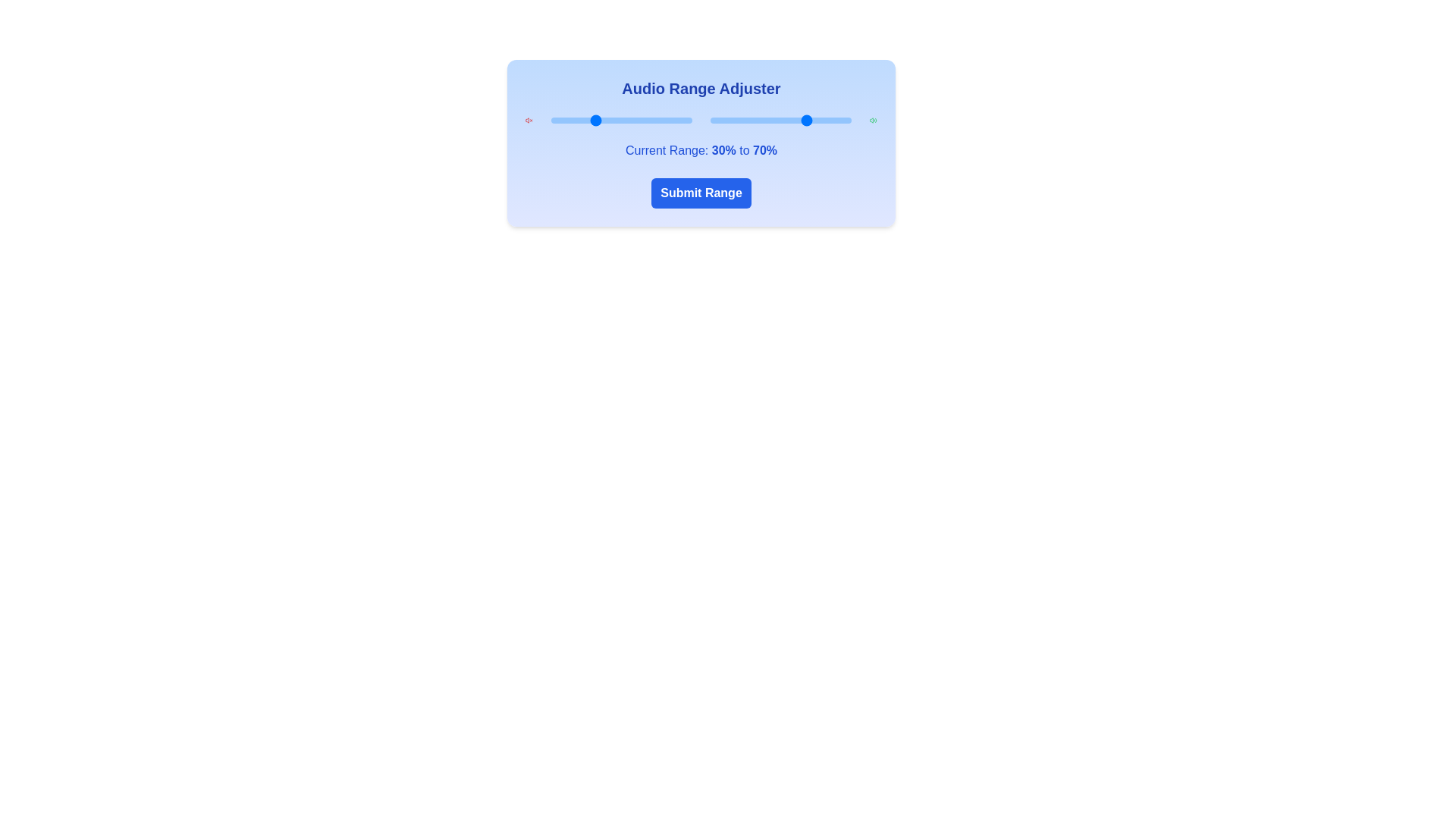 Image resolution: width=1456 pixels, height=819 pixels. I want to click on the submit button located below the text 'Current Range: 30% to 70%' in the blue gradient card titled 'Audio Range Adjuster' to trigger a visual effect, so click(701, 192).